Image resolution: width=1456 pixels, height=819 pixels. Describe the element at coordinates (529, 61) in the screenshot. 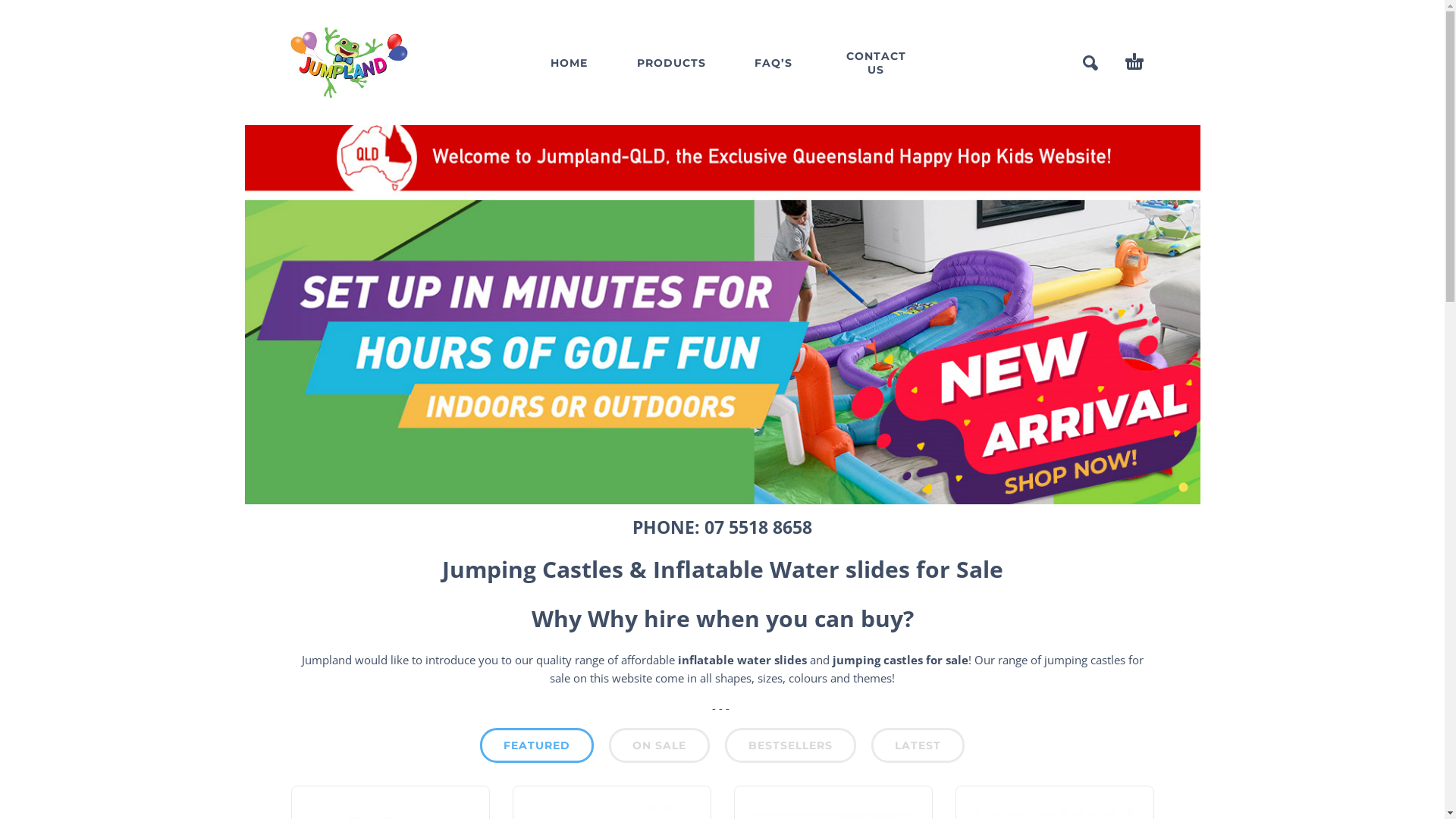

I see `'HOME'` at that location.